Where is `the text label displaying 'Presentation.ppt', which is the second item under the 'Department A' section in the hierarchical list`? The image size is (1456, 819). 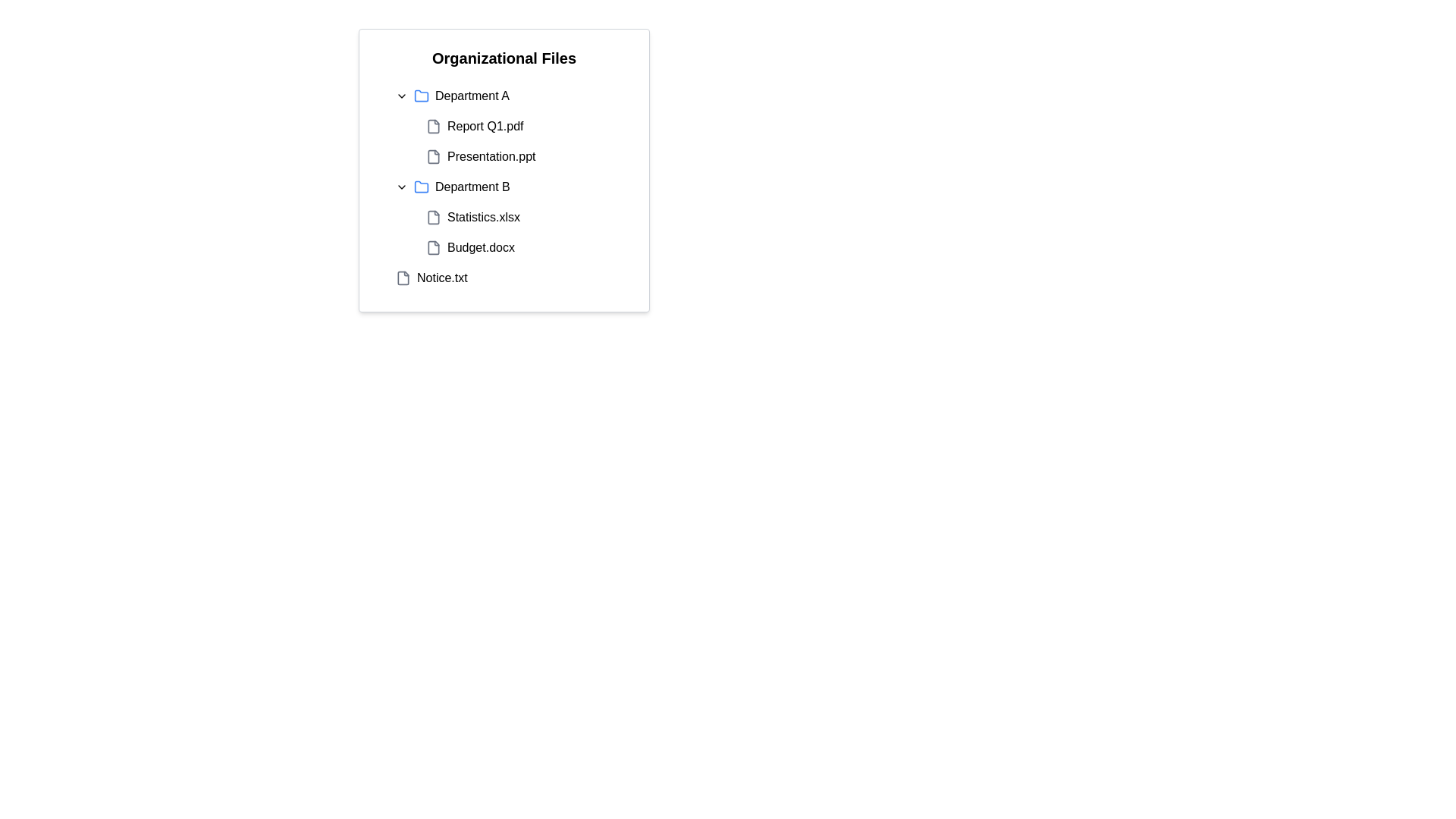
the text label displaying 'Presentation.ppt', which is the second item under the 'Department A' section in the hierarchical list is located at coordinates (491, 157).